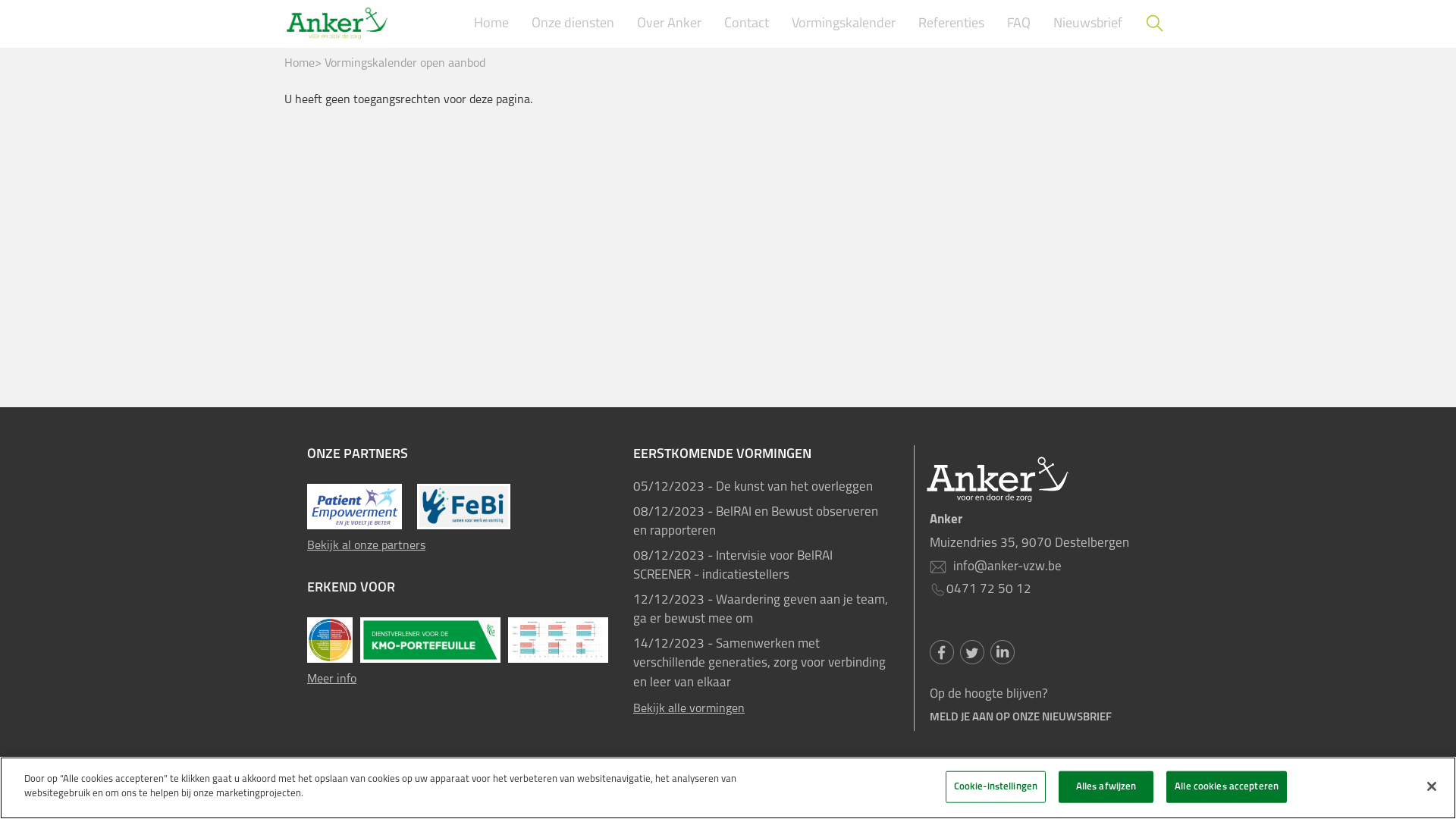  What do you see at coordinates (996, 786) in the screenshot?
I see `'Cookie-instellingen'` at bounding box center [996, 786].